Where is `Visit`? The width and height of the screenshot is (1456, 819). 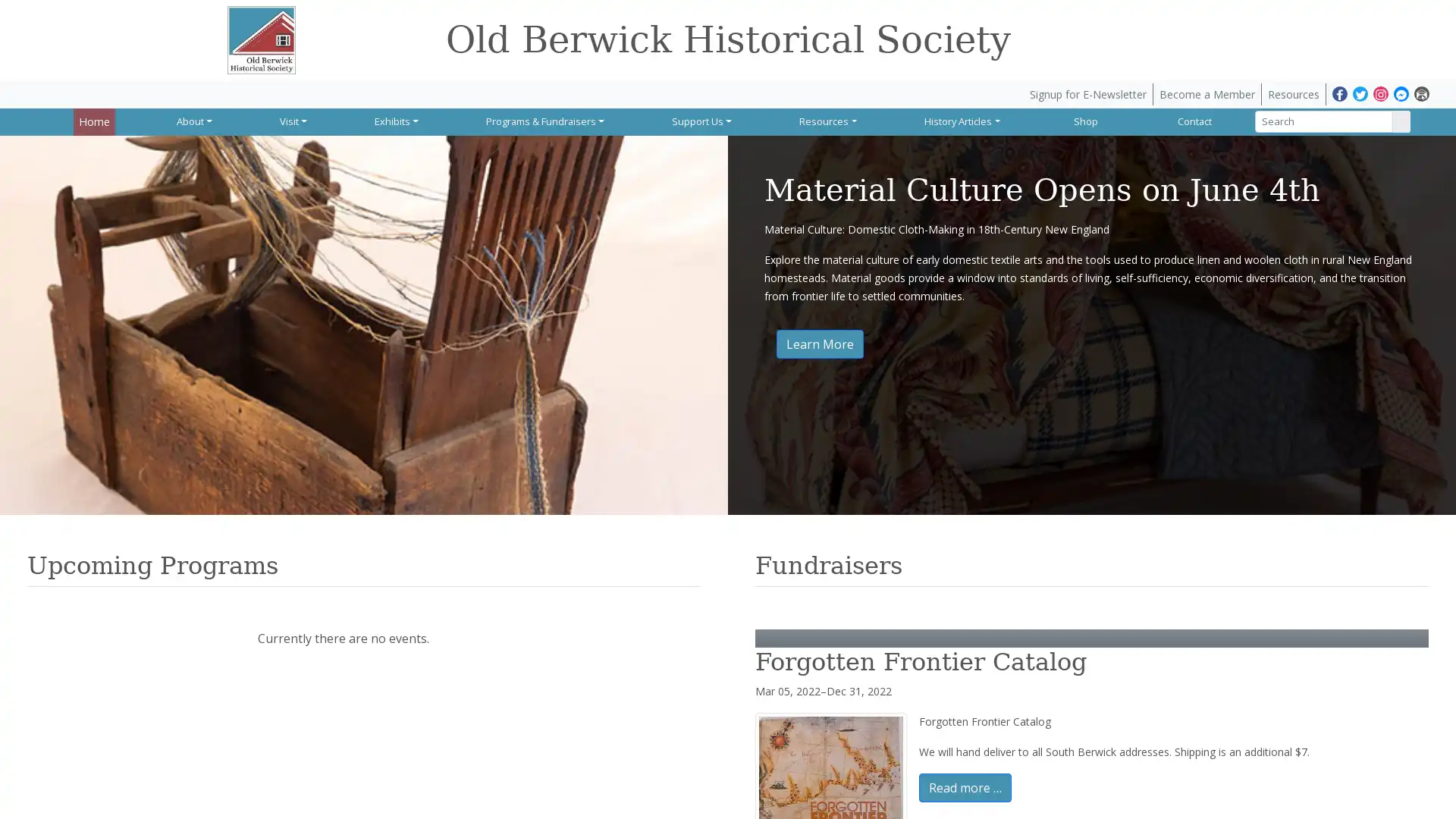
Visit is located at coordinates (291, 120).